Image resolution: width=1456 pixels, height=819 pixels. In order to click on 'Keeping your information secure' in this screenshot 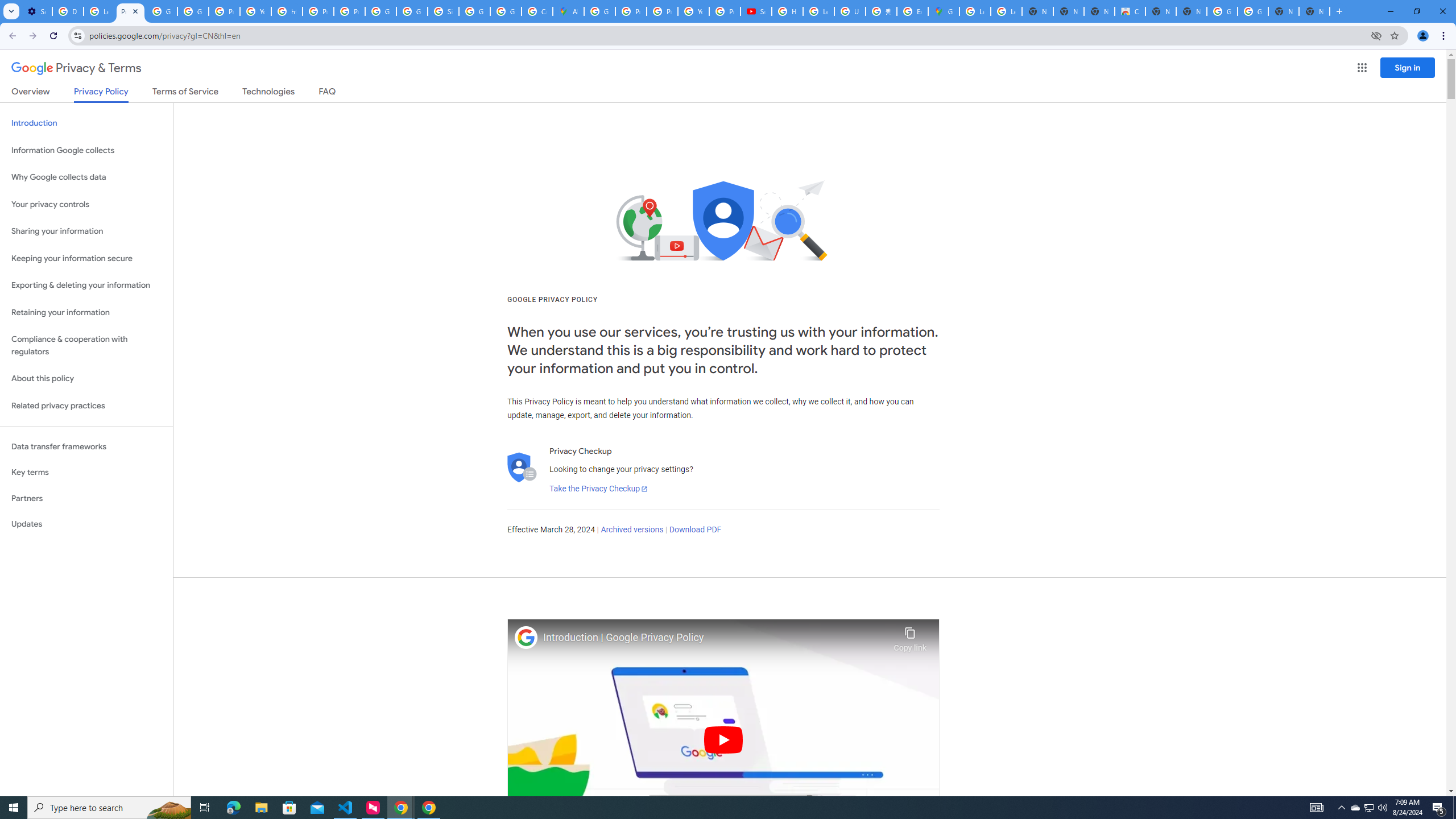, I will do `click(86, 259)`.